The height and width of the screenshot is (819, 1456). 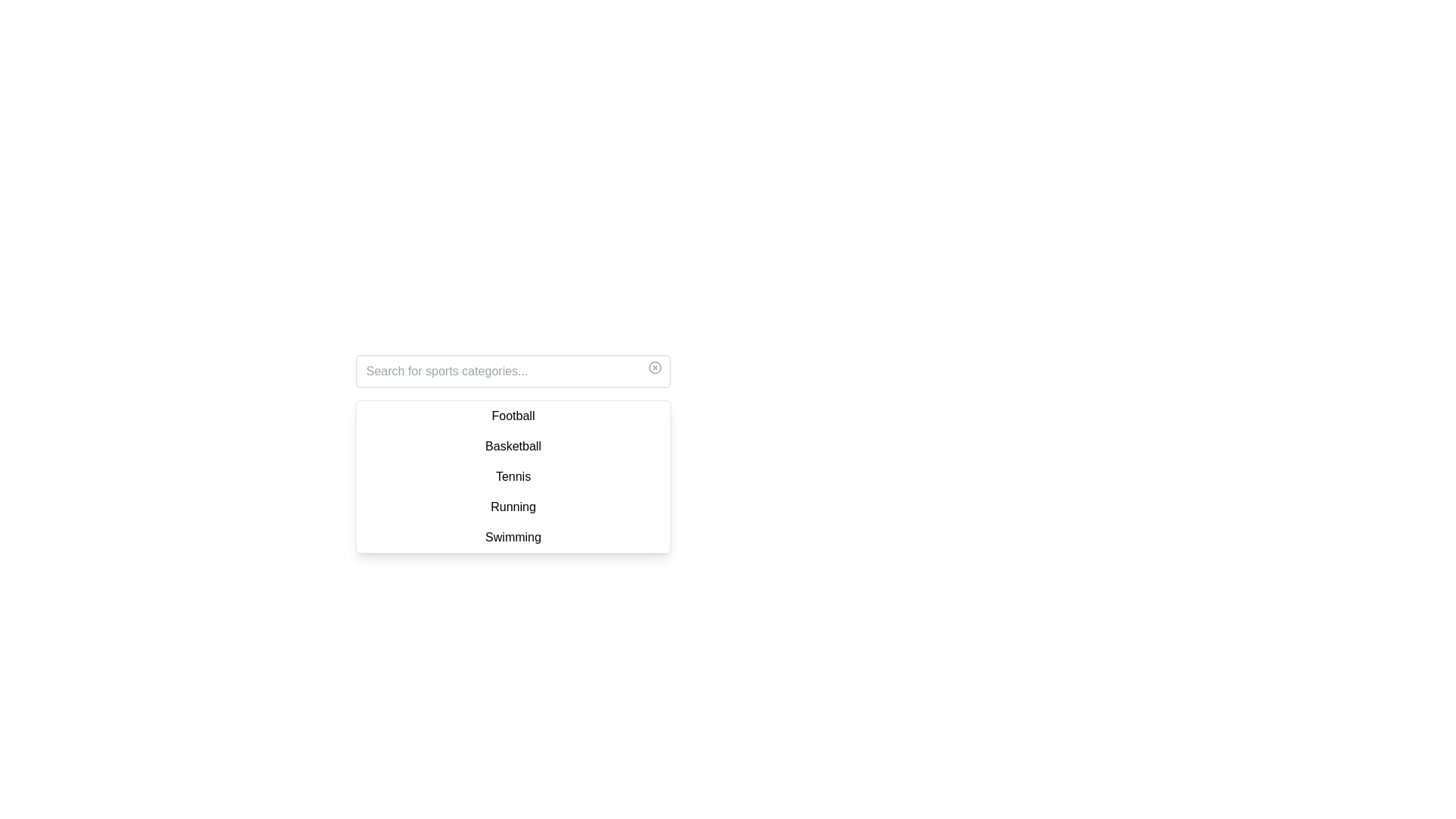 What do you see at coordinates (513, 446) in the screenshot?
I see `the selectable list item for 'Basketball', which is the second item in a vertical list of sports categories` at bounding box center [513, 446].